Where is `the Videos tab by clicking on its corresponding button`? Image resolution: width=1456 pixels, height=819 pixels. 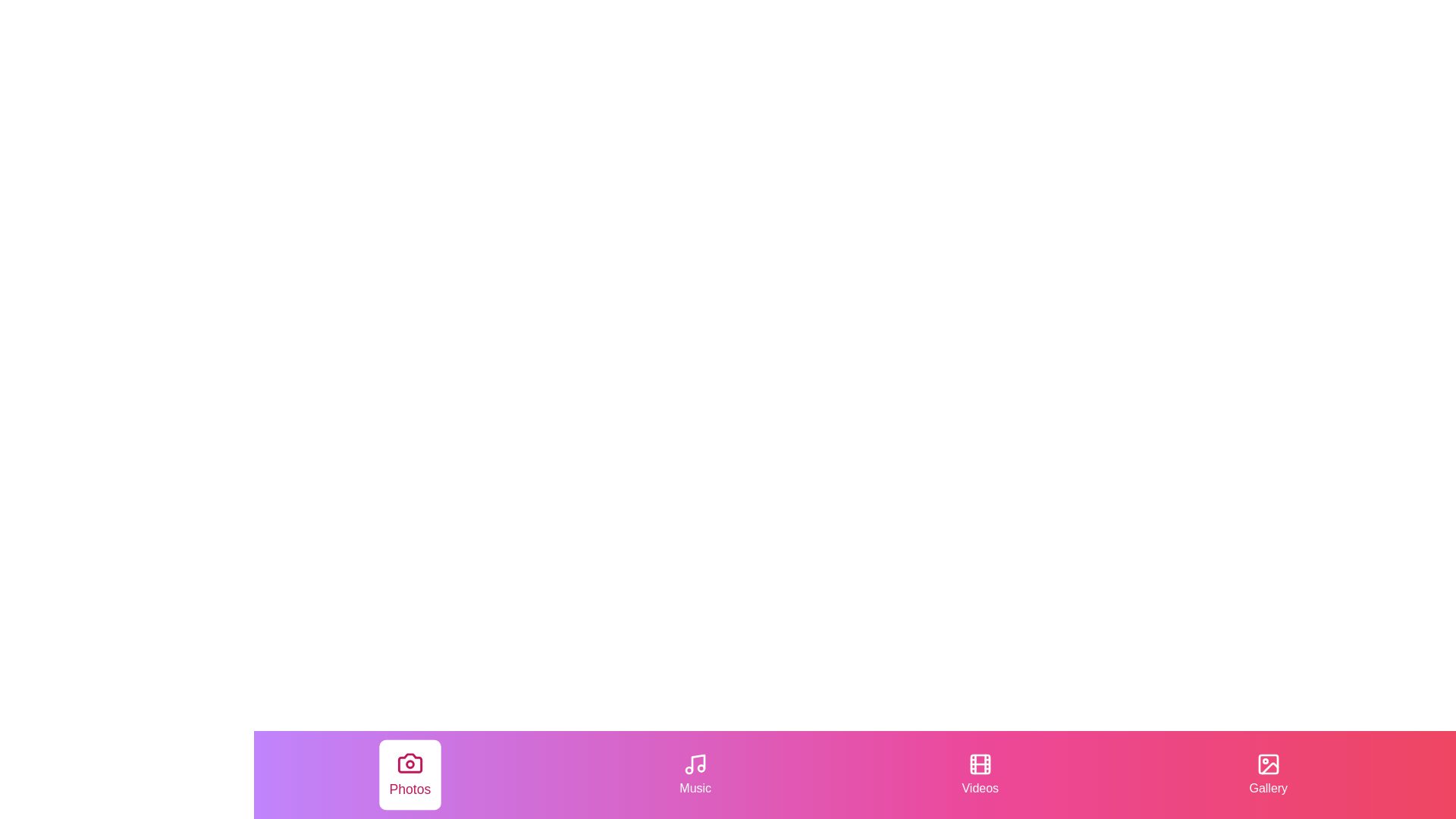 the Videos tab by clicking on its corresponding button is located at coordinates (980, 775).